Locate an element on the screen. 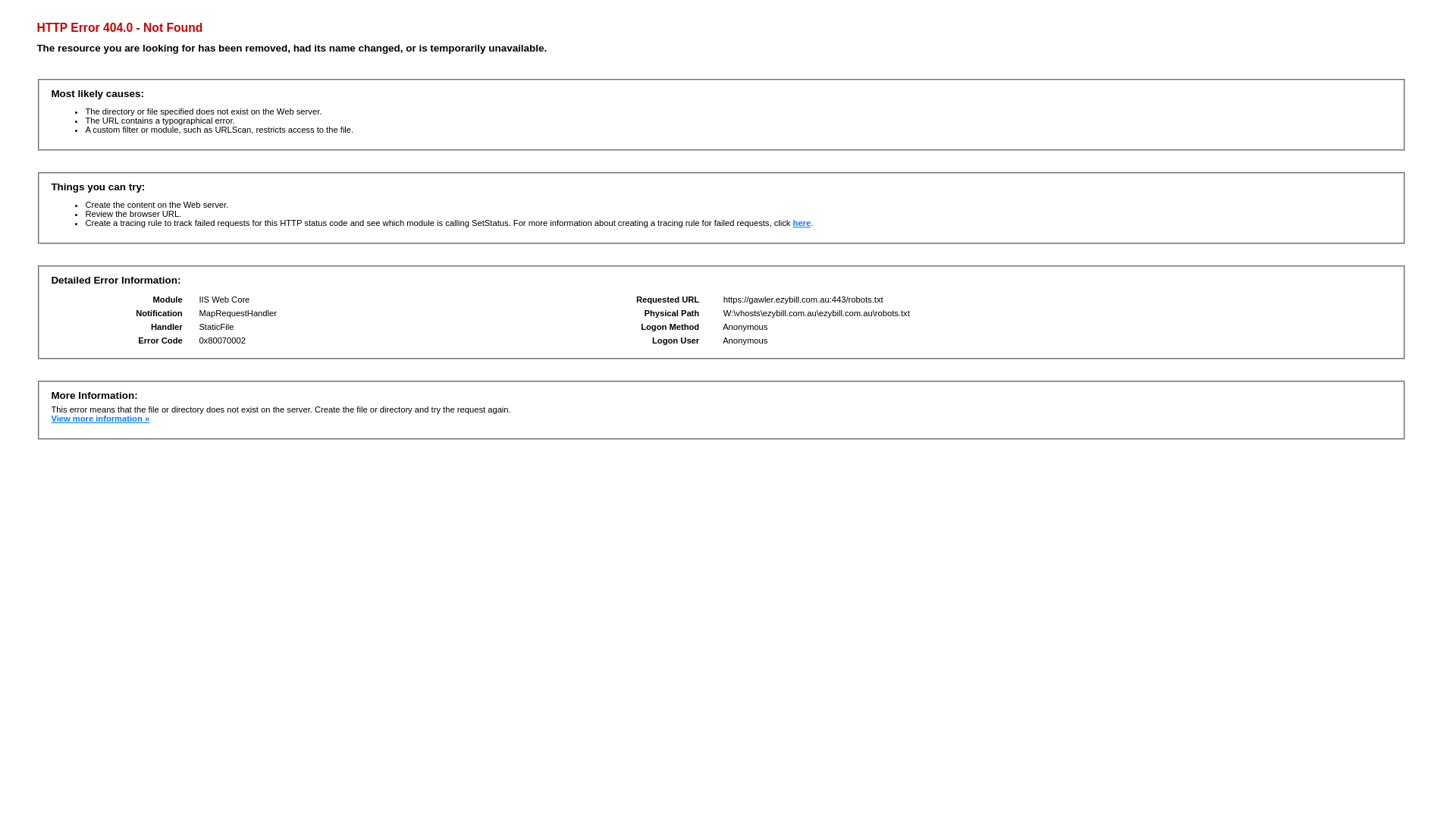 This screenshot has height=819, width=1456. 'here' is located at coordinates (801, 222).